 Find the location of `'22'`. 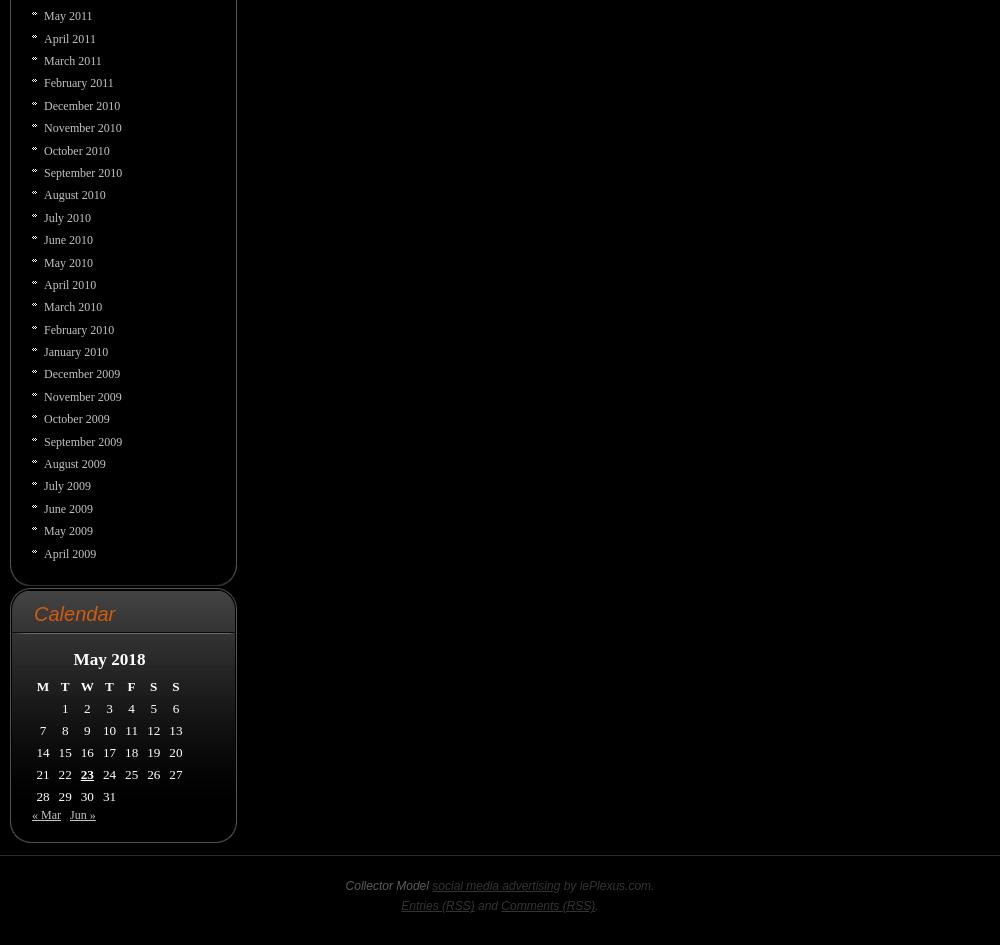

'22' is located at coordinates (58, 772).